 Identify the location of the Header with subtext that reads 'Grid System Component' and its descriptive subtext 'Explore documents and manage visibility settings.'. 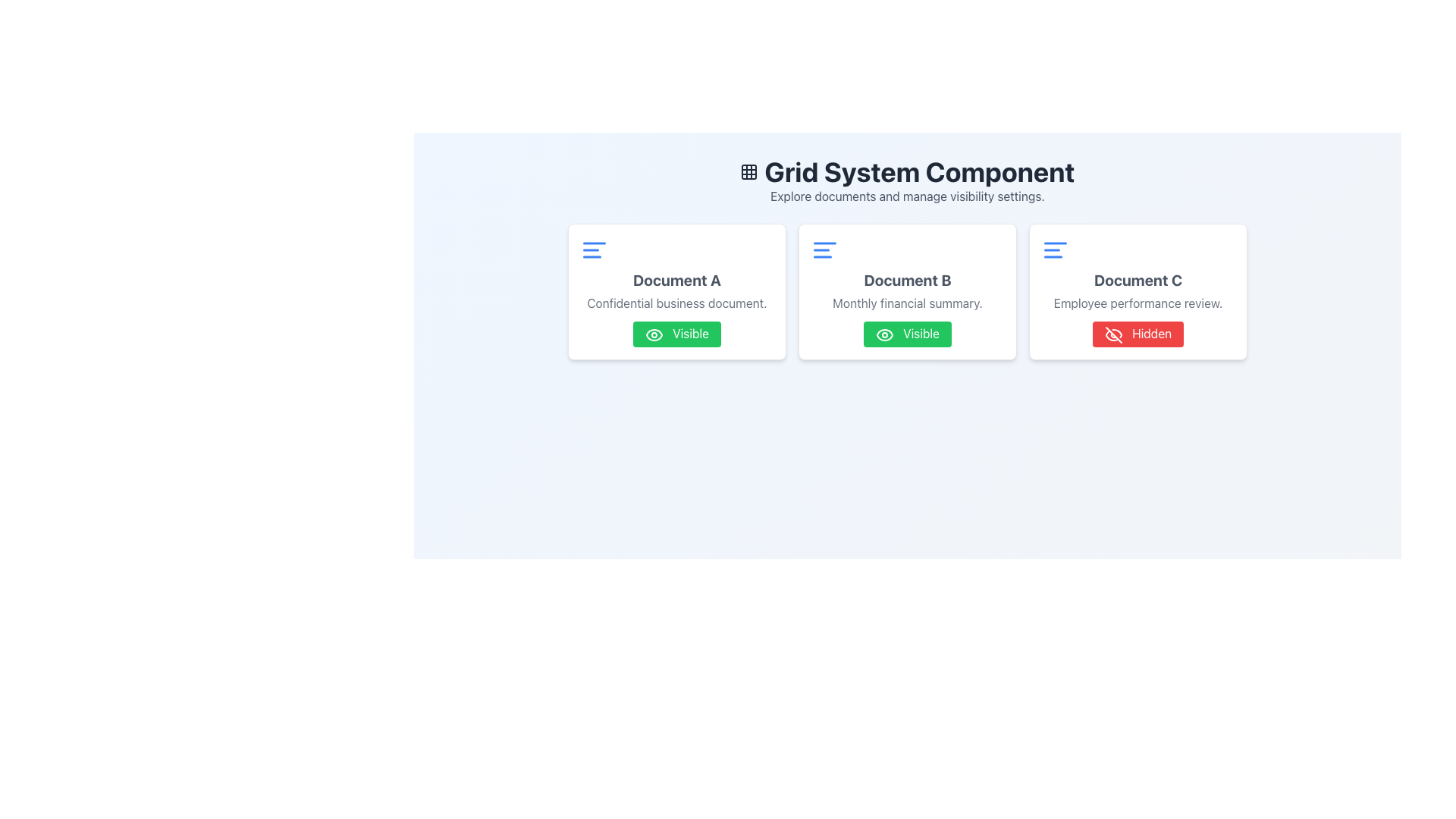
(907, 180).